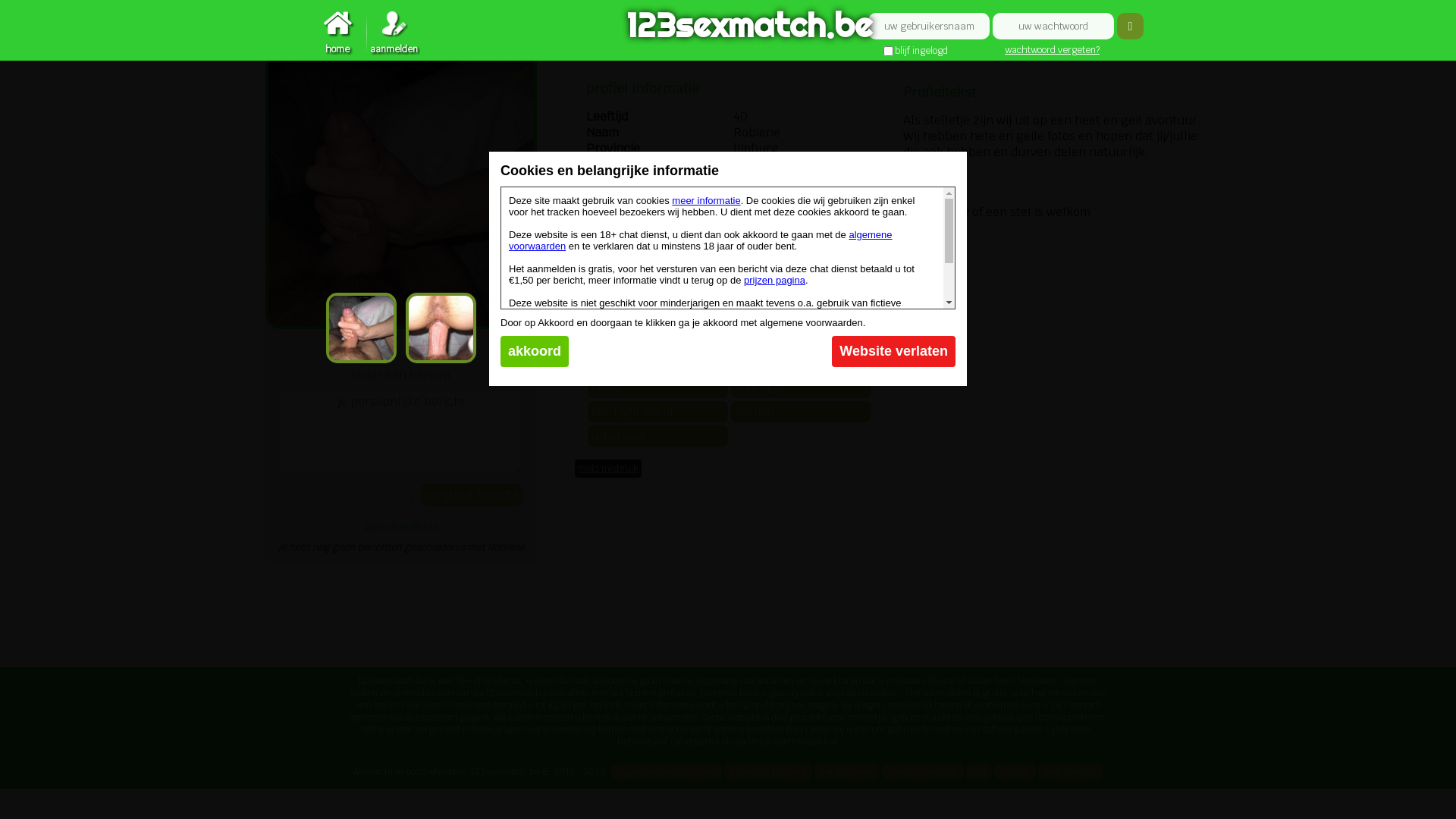 This screenshot has height=819, width=1456. Describe the element at coordinates (723, 772) in the screenshot. I see `'privacy statement'` at that location.